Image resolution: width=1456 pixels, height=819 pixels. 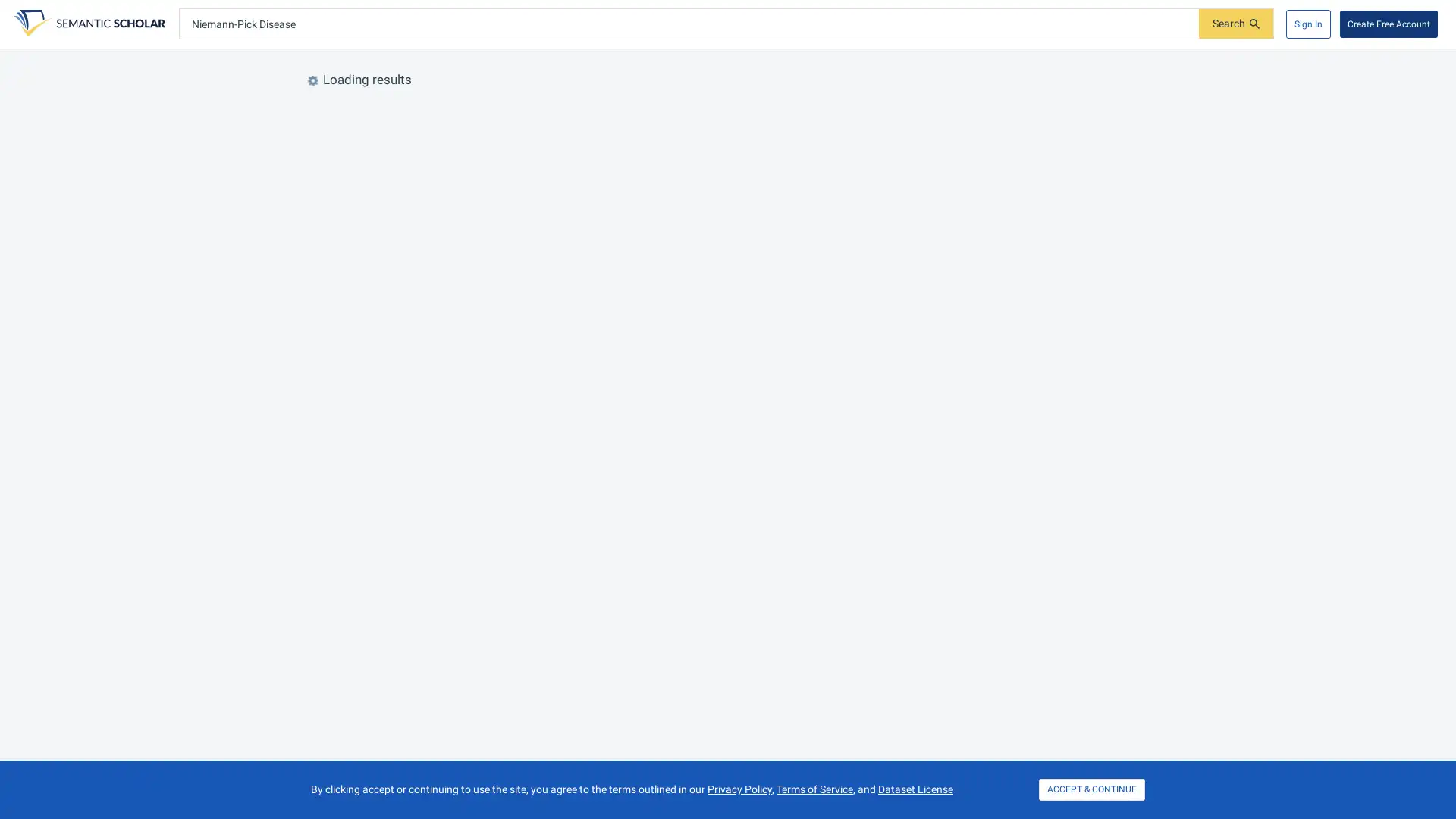 What do you see at coordinates (1092, 789) in the screenshot?
I see `ACCEPT & CONTINUE` at bounding box center [1092, 789].